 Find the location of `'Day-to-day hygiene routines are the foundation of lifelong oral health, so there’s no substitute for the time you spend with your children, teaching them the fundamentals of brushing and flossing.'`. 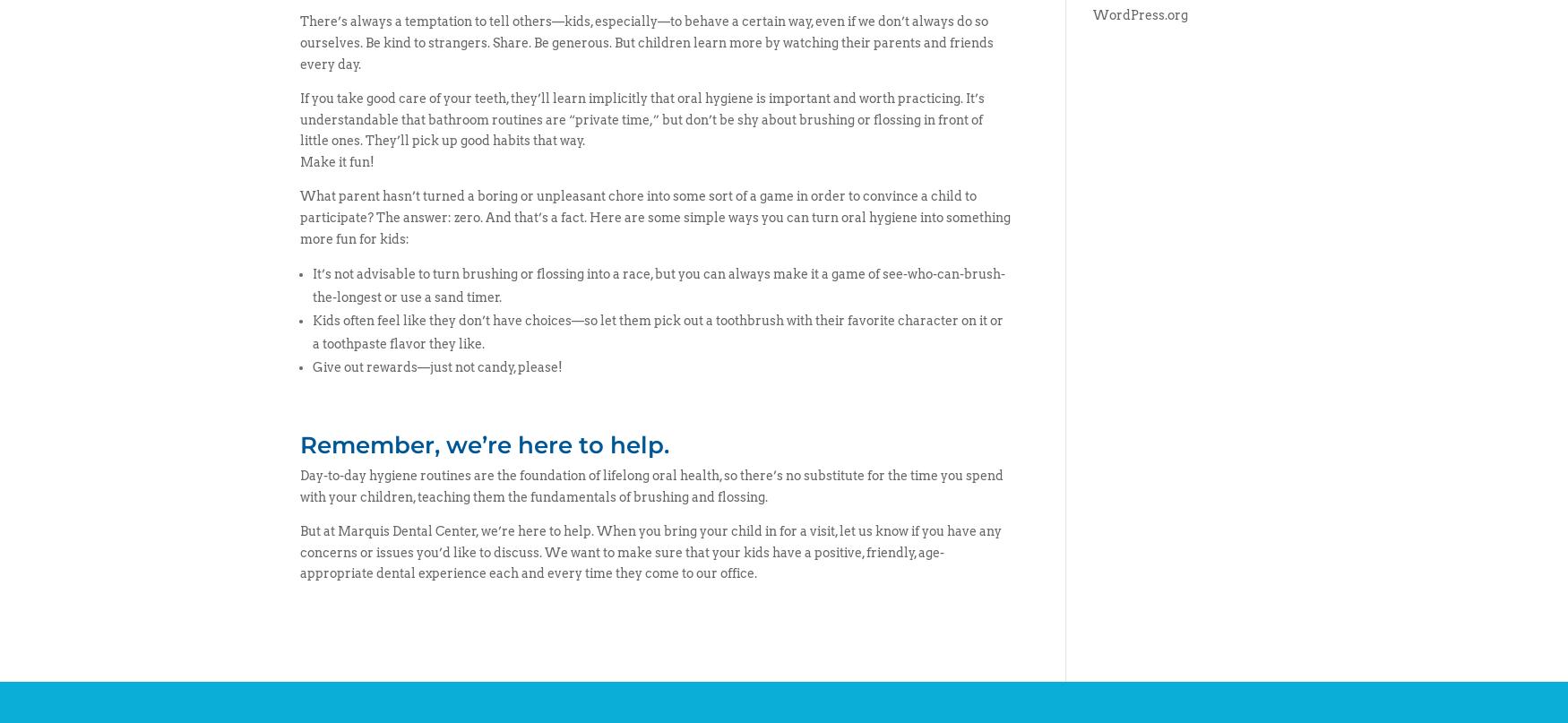

'Day-to-day hygiene routines are the foundation of lifelong oral health, so there’s no substitute for the time you spend with your children, teaching them the fundamentals of brushing and flossing.' is located at coordinates (299, 486).